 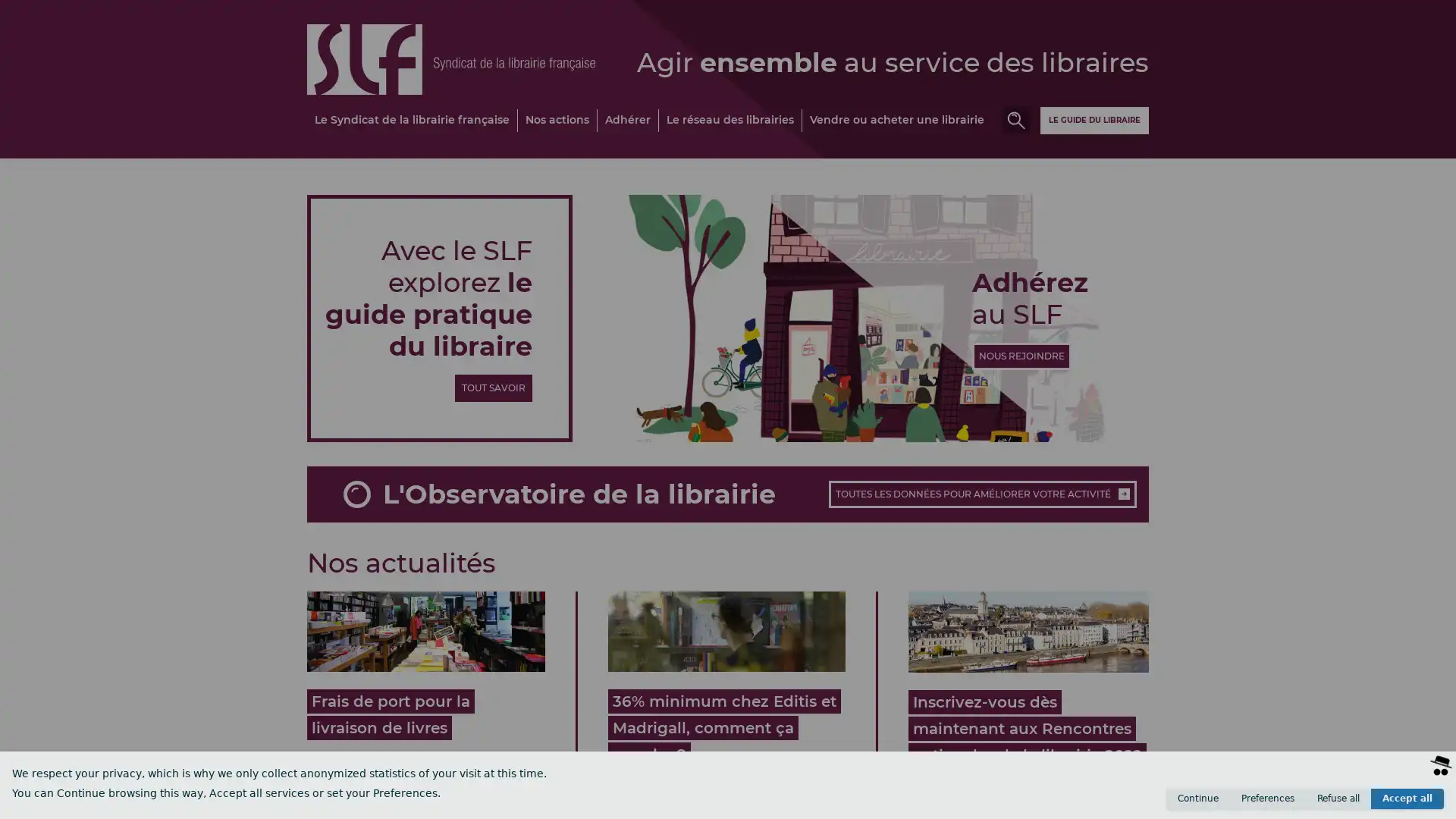 What do you see at coordinates (1419, 803) in the screenshot?
I see `Save` at bounding box center [1419, 803].